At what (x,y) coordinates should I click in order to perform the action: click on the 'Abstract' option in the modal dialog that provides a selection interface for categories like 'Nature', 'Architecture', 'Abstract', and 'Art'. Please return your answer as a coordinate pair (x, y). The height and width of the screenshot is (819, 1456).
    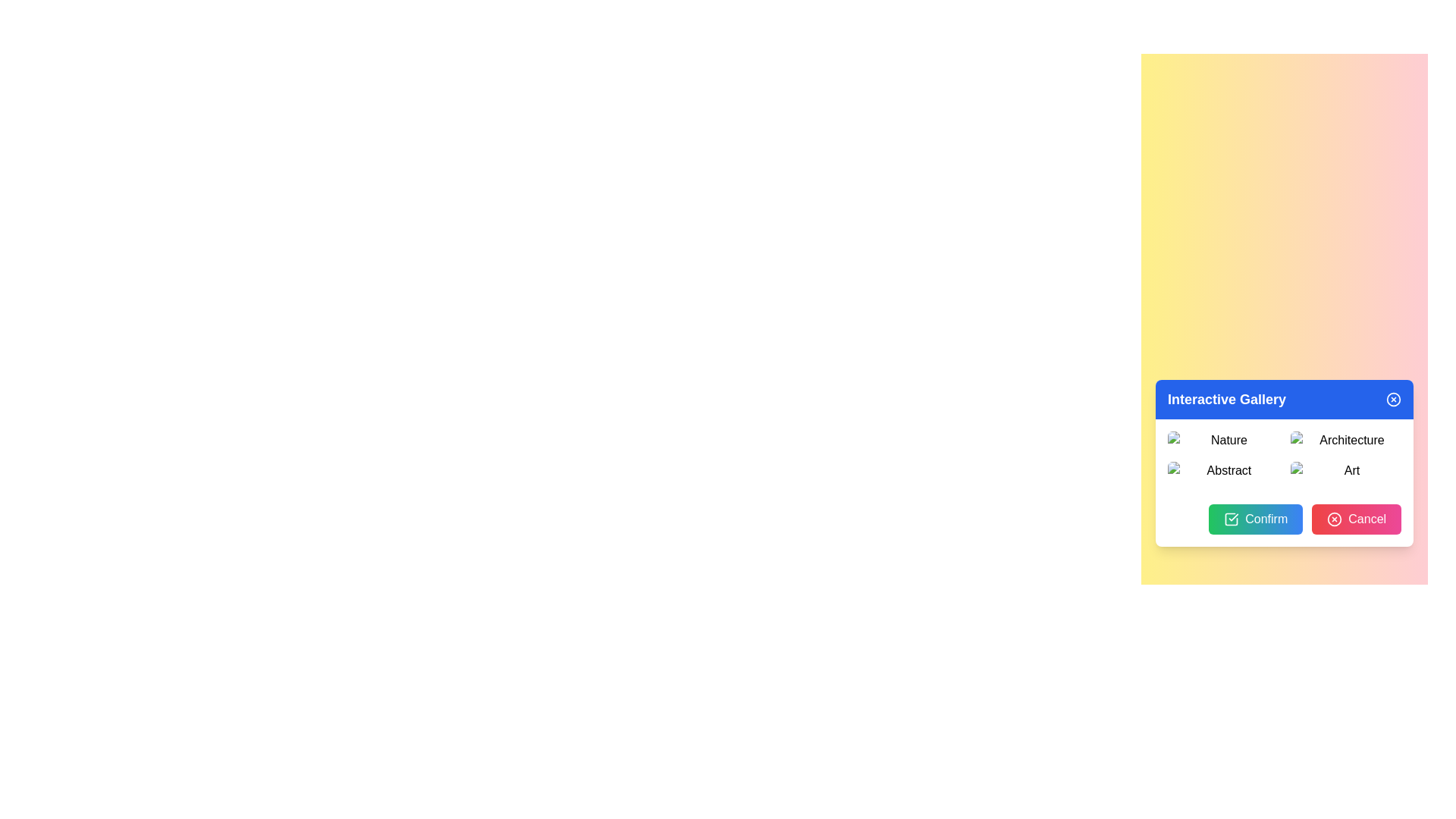
    Looking at the image, I should click on (1284, 462).